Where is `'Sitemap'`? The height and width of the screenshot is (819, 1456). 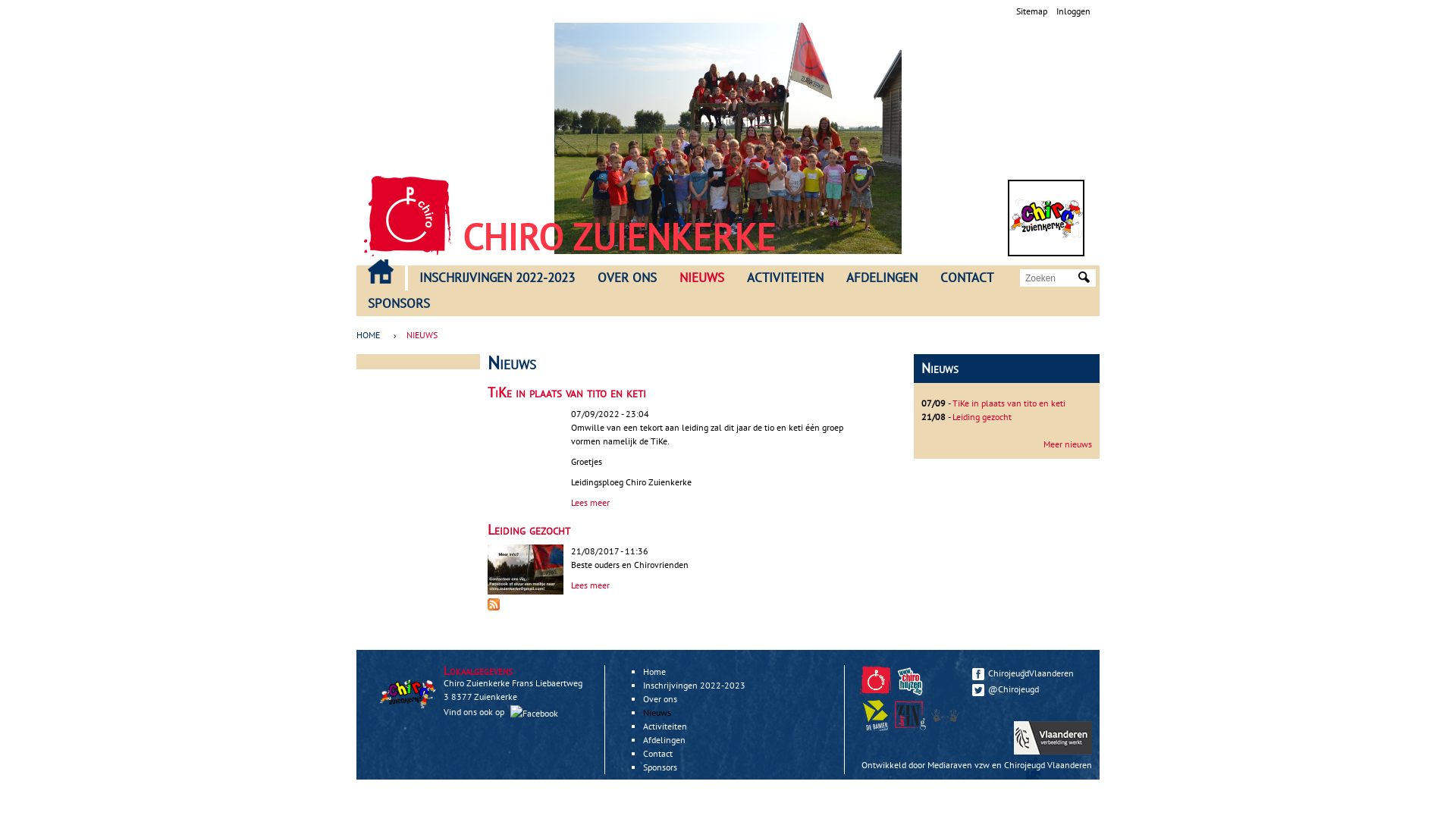
'Sitemap' is located at coordinates (1015, 11).